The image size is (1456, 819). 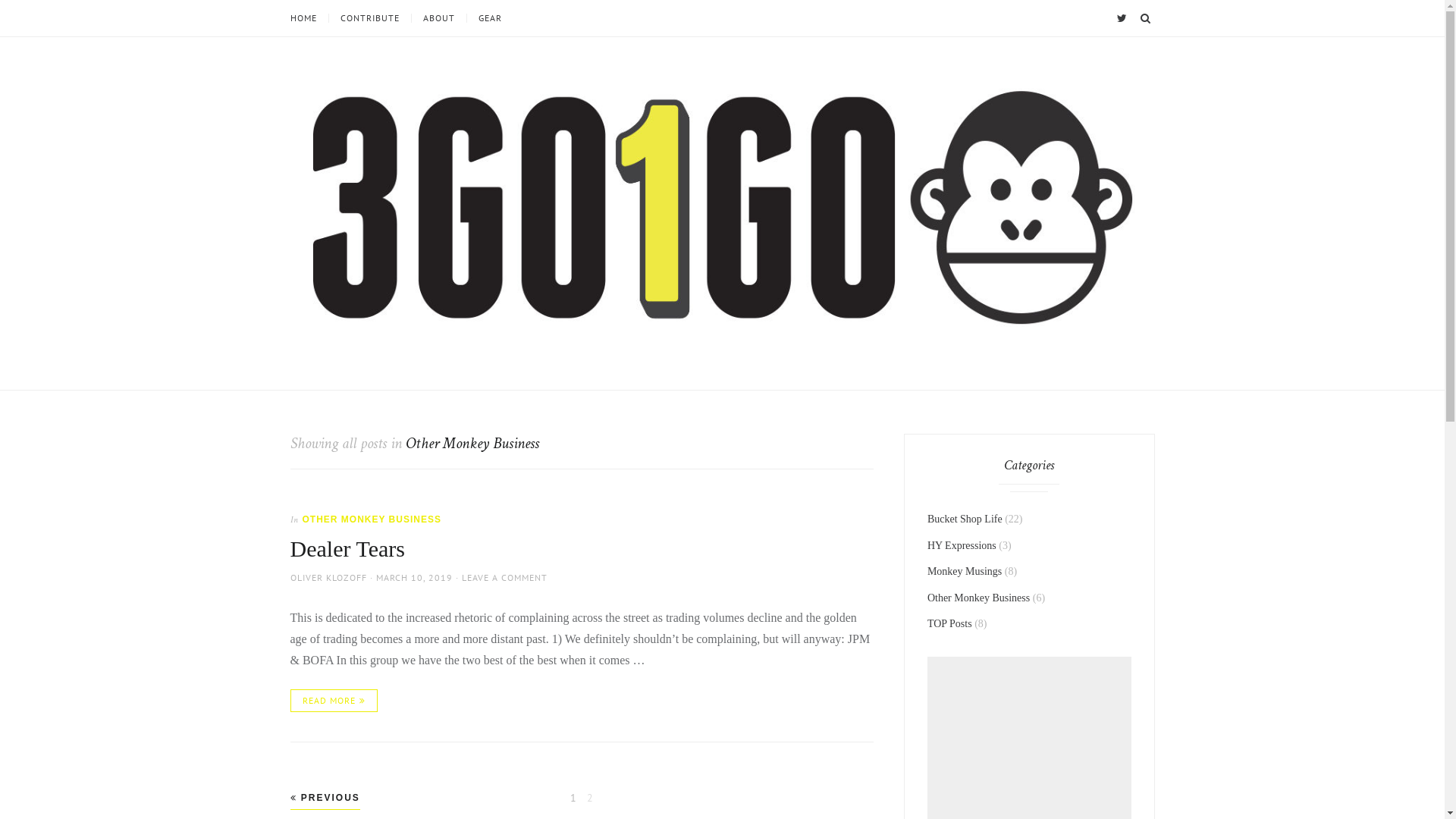 What do you see at coordinates (414, 577) in the screenshot?
I see `'MARCH 10, 2019'` at bounding box center [414, 577].